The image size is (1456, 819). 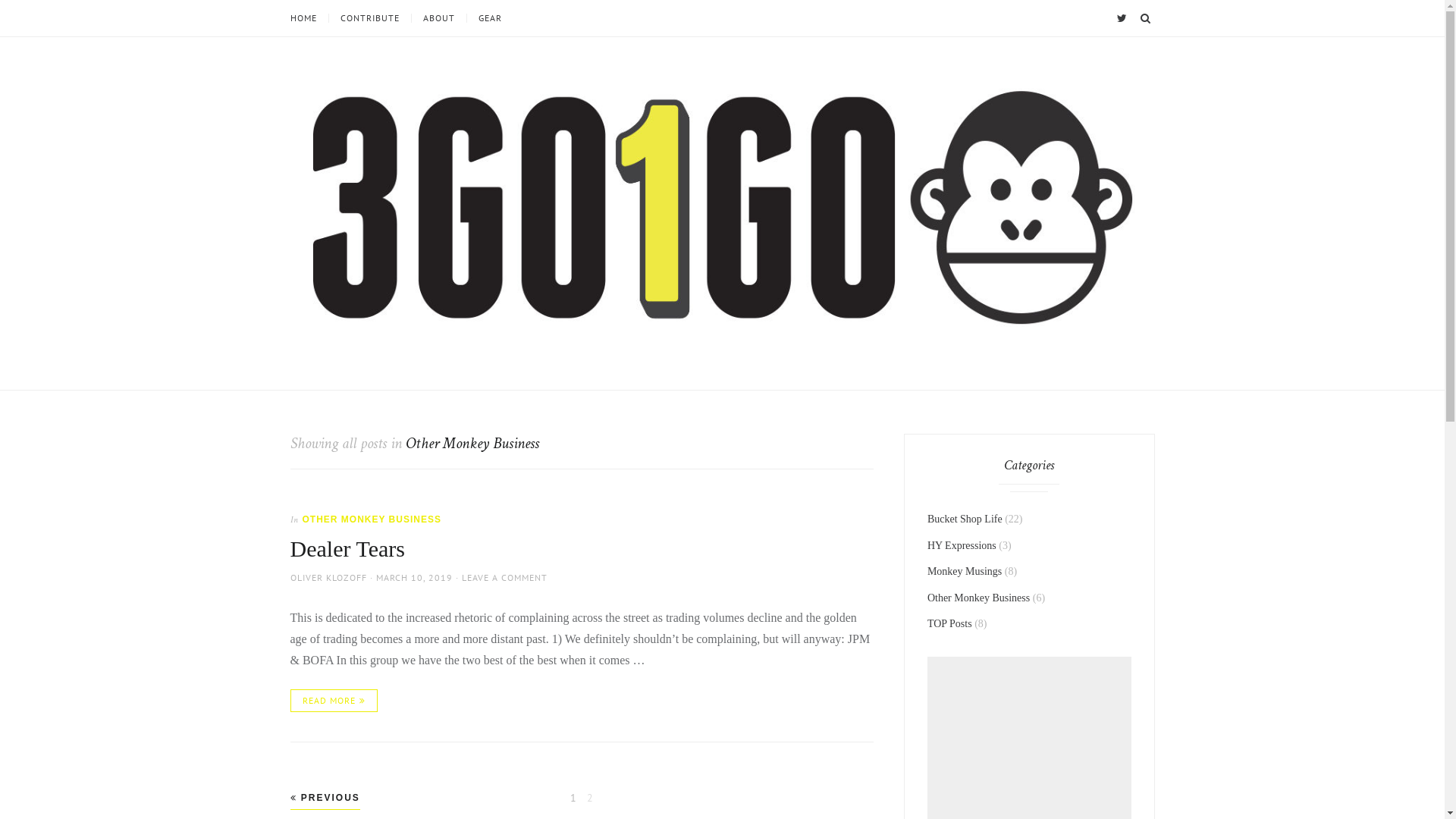 What do you see at coordinates (414, 577) in the screenshot?
I see `'MARCH 10, 2019'` at bounding box center [414, 577].